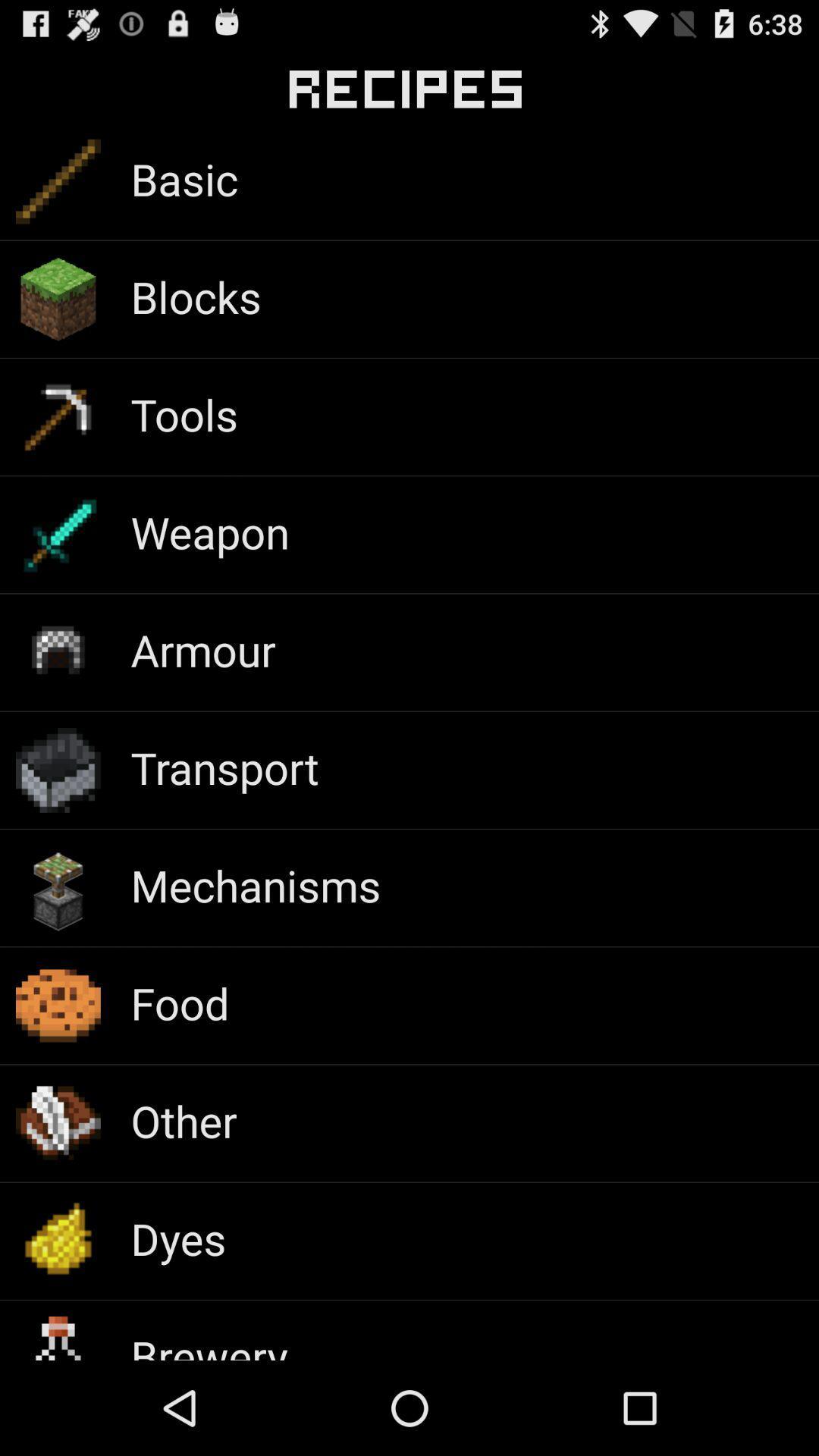 The height and width of the screenshot is (1456, 819). What do you see at coordinates (184, 178) in the screenshot?
I see `icon above the blocks app` at bounding box center [184, 178].